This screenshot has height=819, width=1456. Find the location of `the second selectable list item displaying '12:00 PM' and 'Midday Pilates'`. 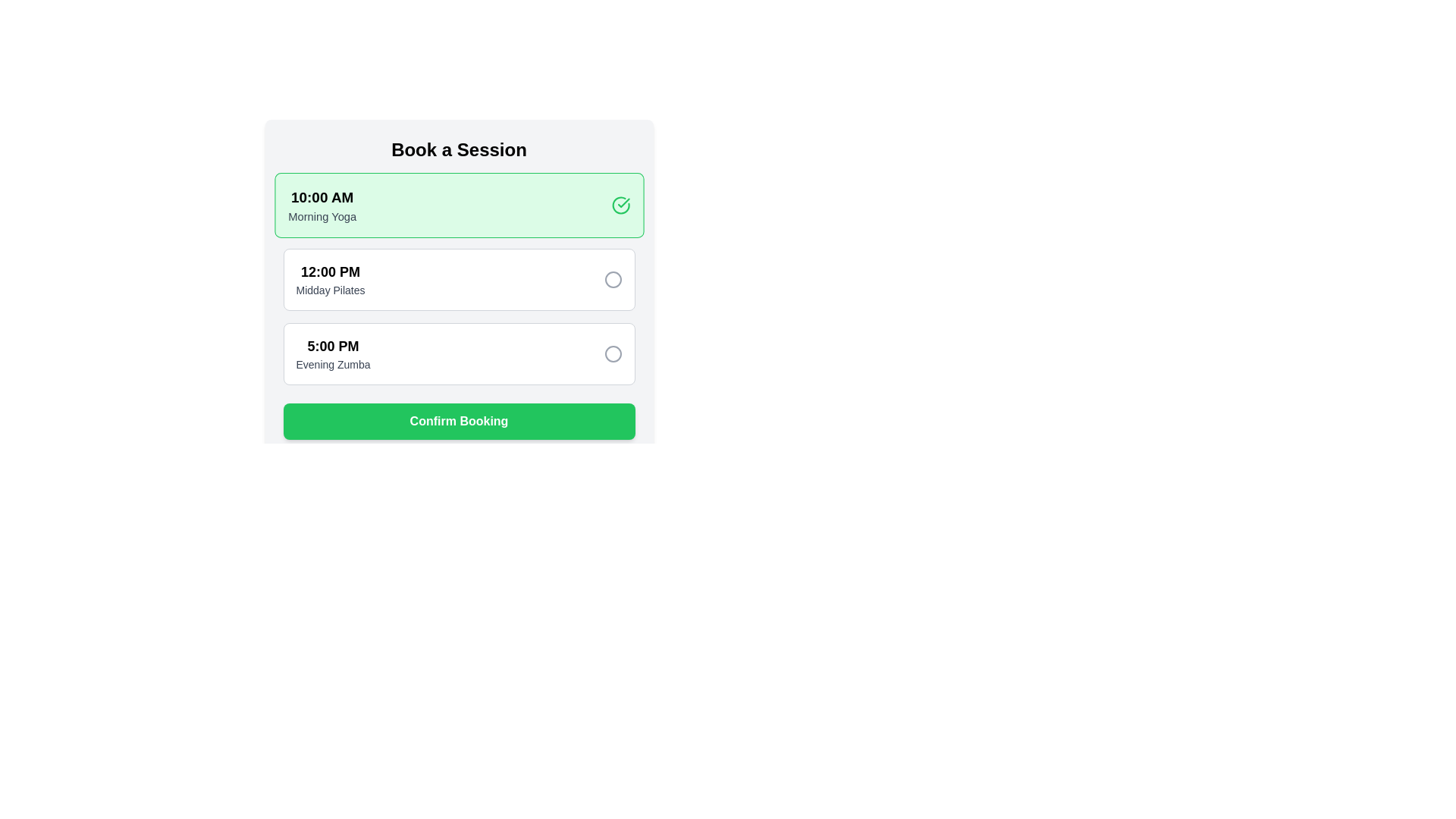

the second selectable list item displaying '12:00 PM' and 'Midday Pilates' is located at coordinates (458, 289).